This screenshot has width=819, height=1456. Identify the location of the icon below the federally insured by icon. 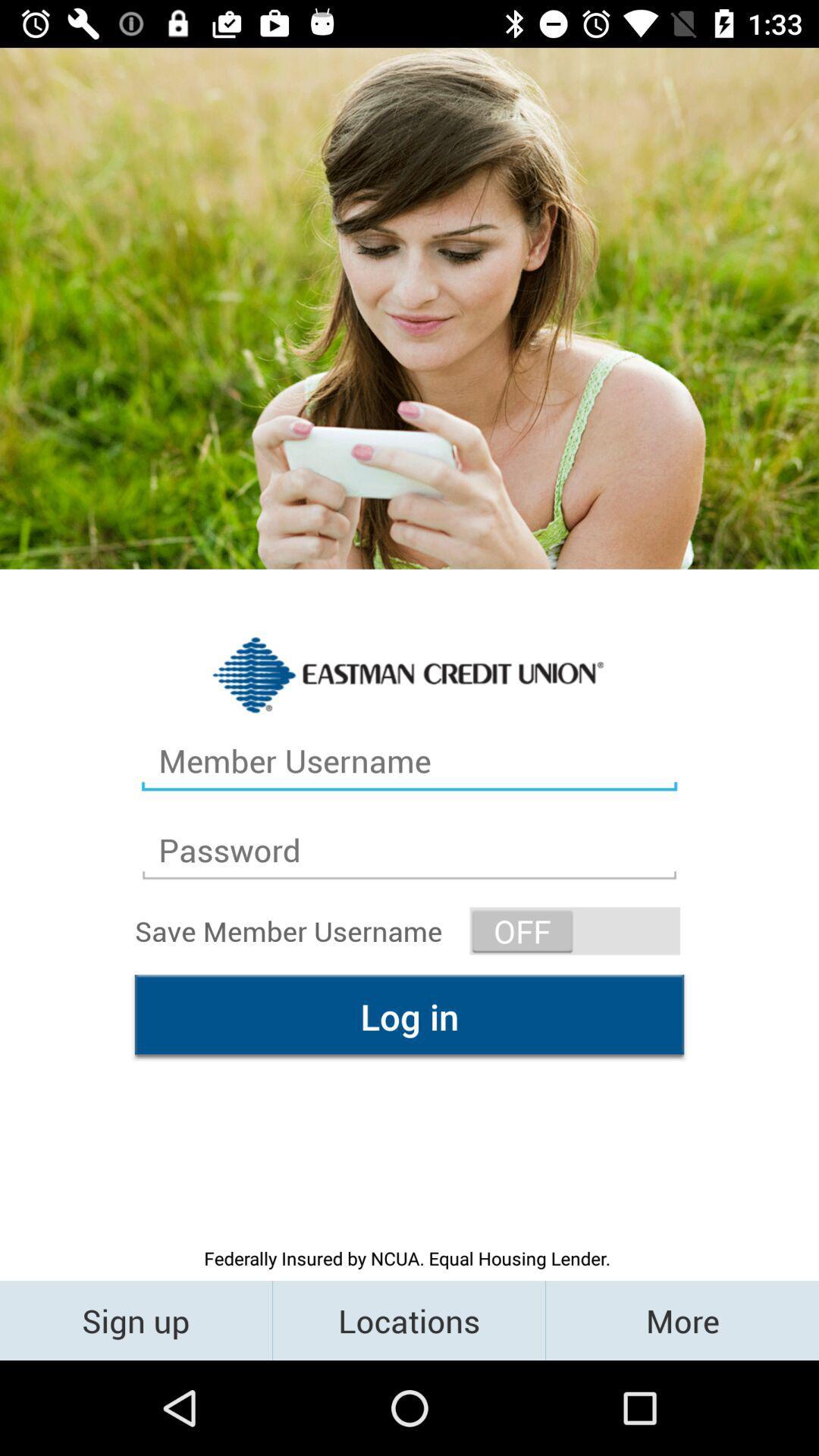
(408, 1319).